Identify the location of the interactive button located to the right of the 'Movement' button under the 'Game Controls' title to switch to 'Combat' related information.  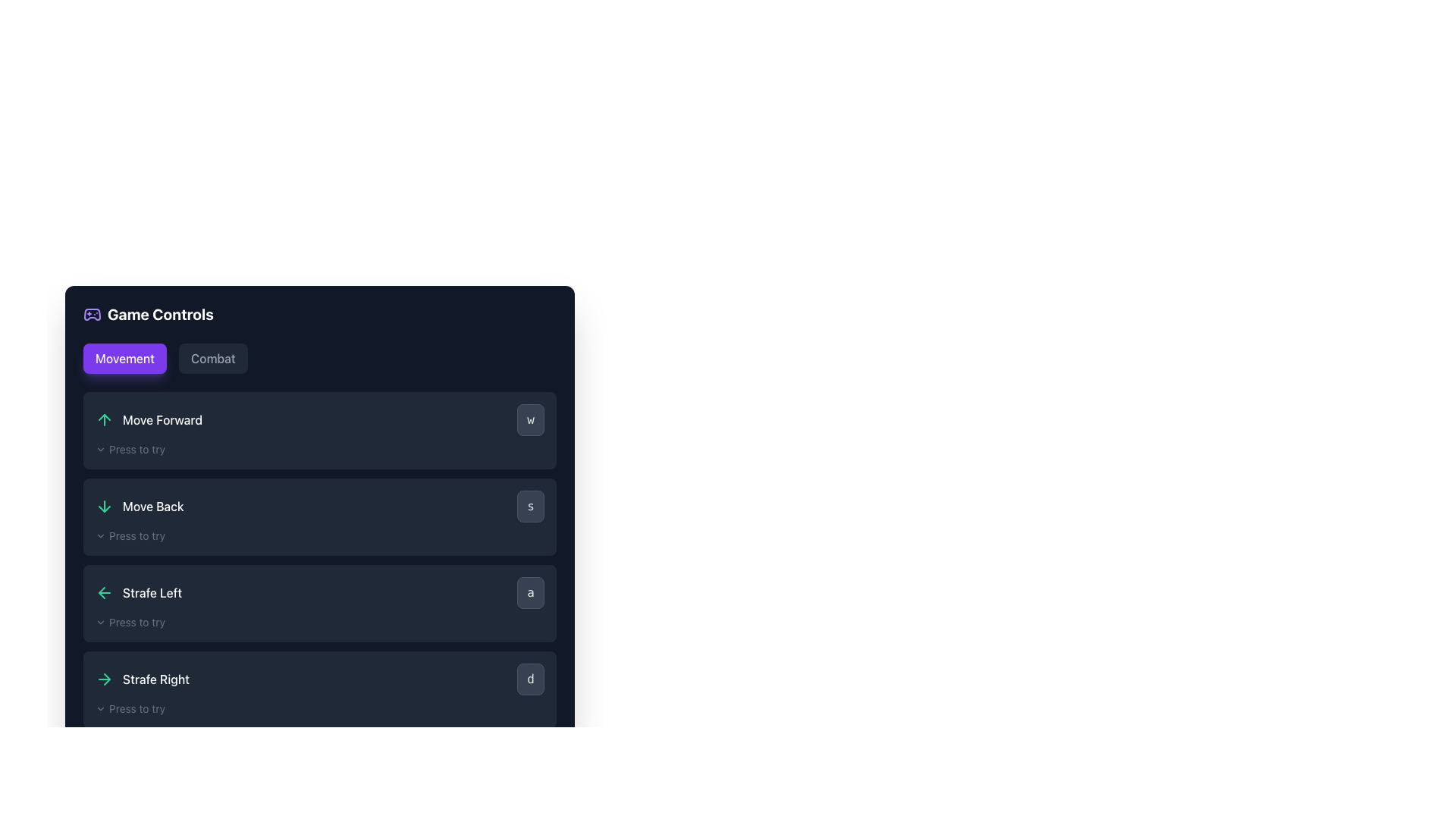
(212, 359).